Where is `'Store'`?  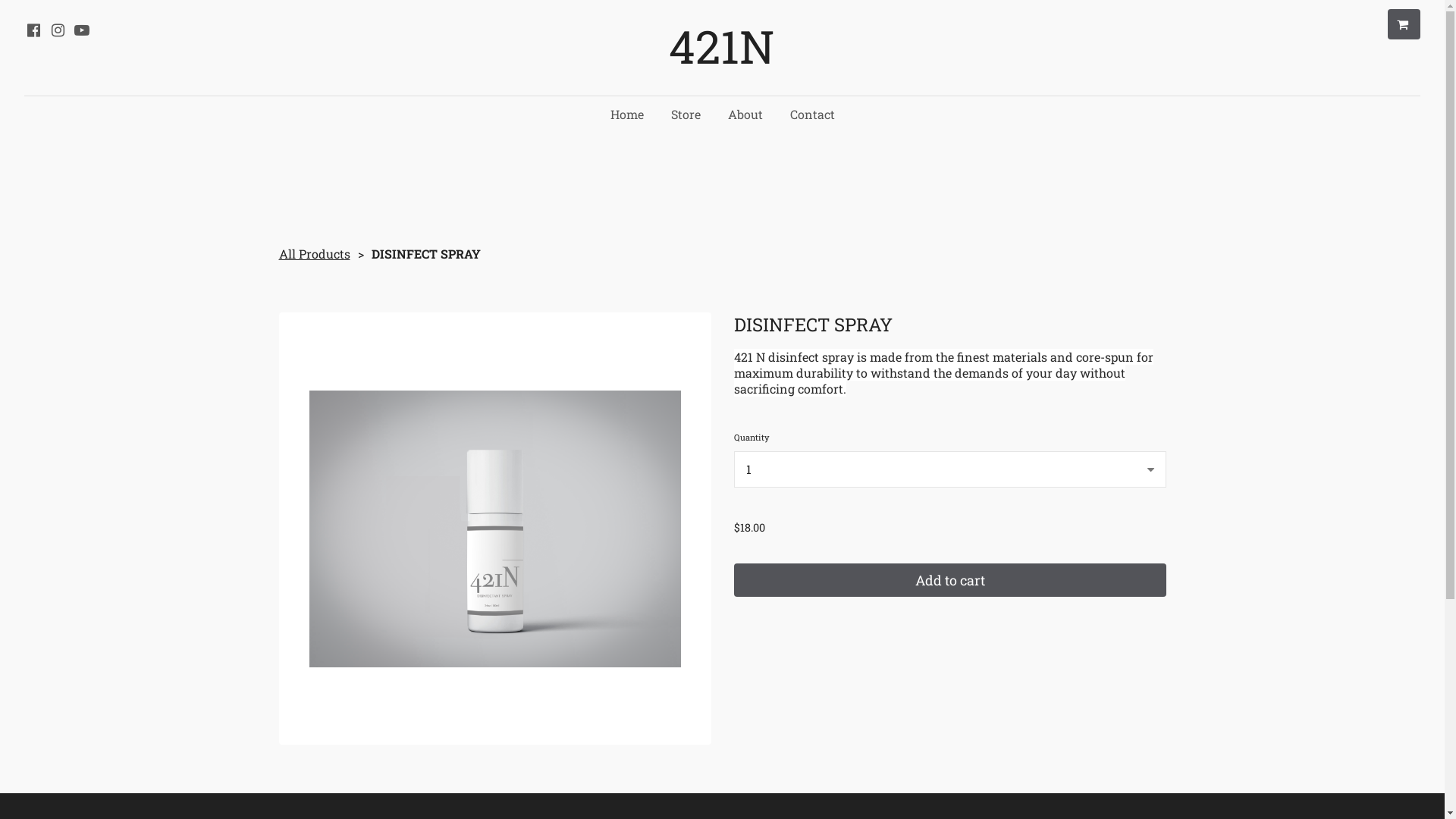 'Store' is located at coordinates (684, 113).